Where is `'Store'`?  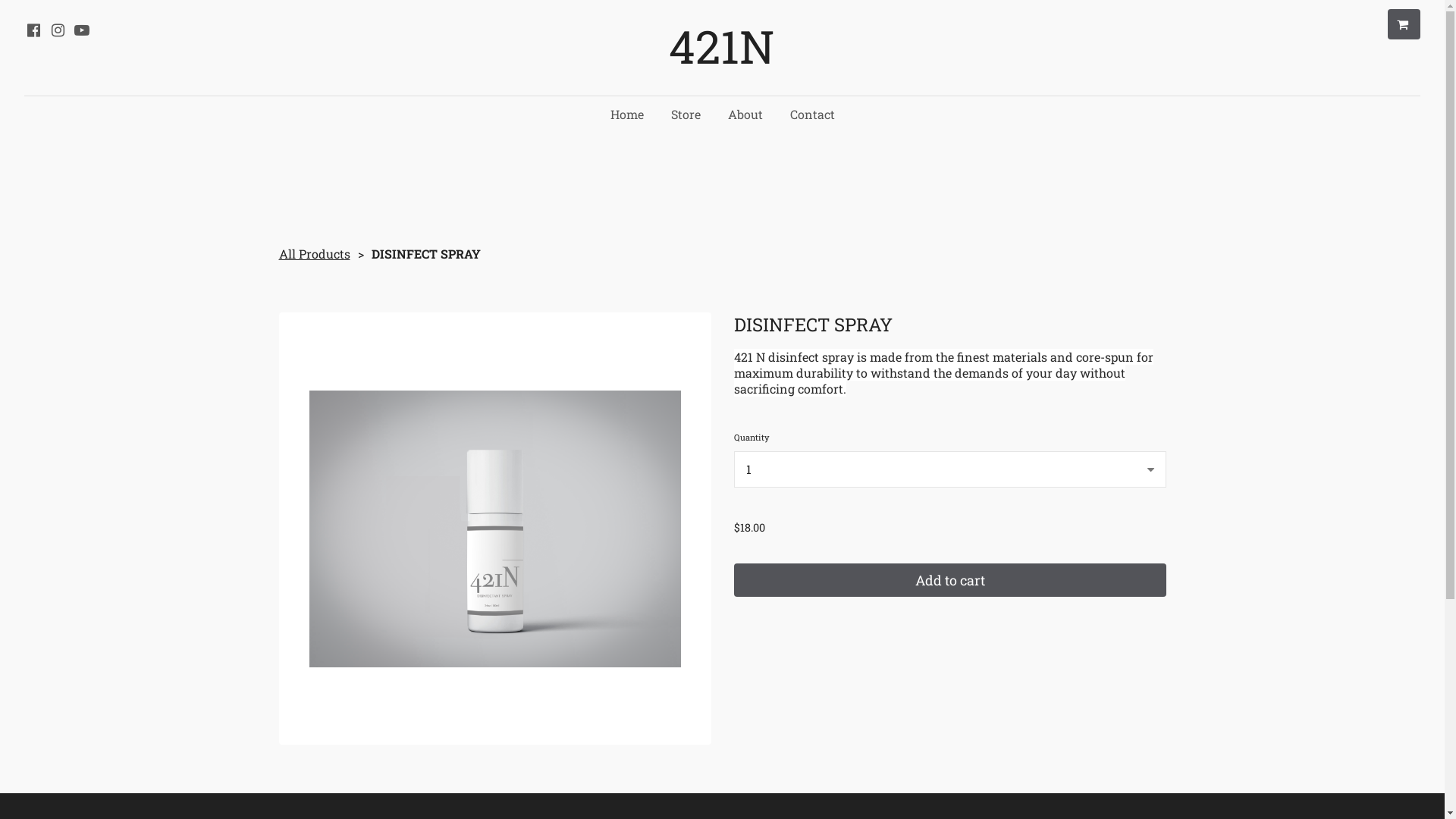 'Store' is located at coordinates (684, 113).